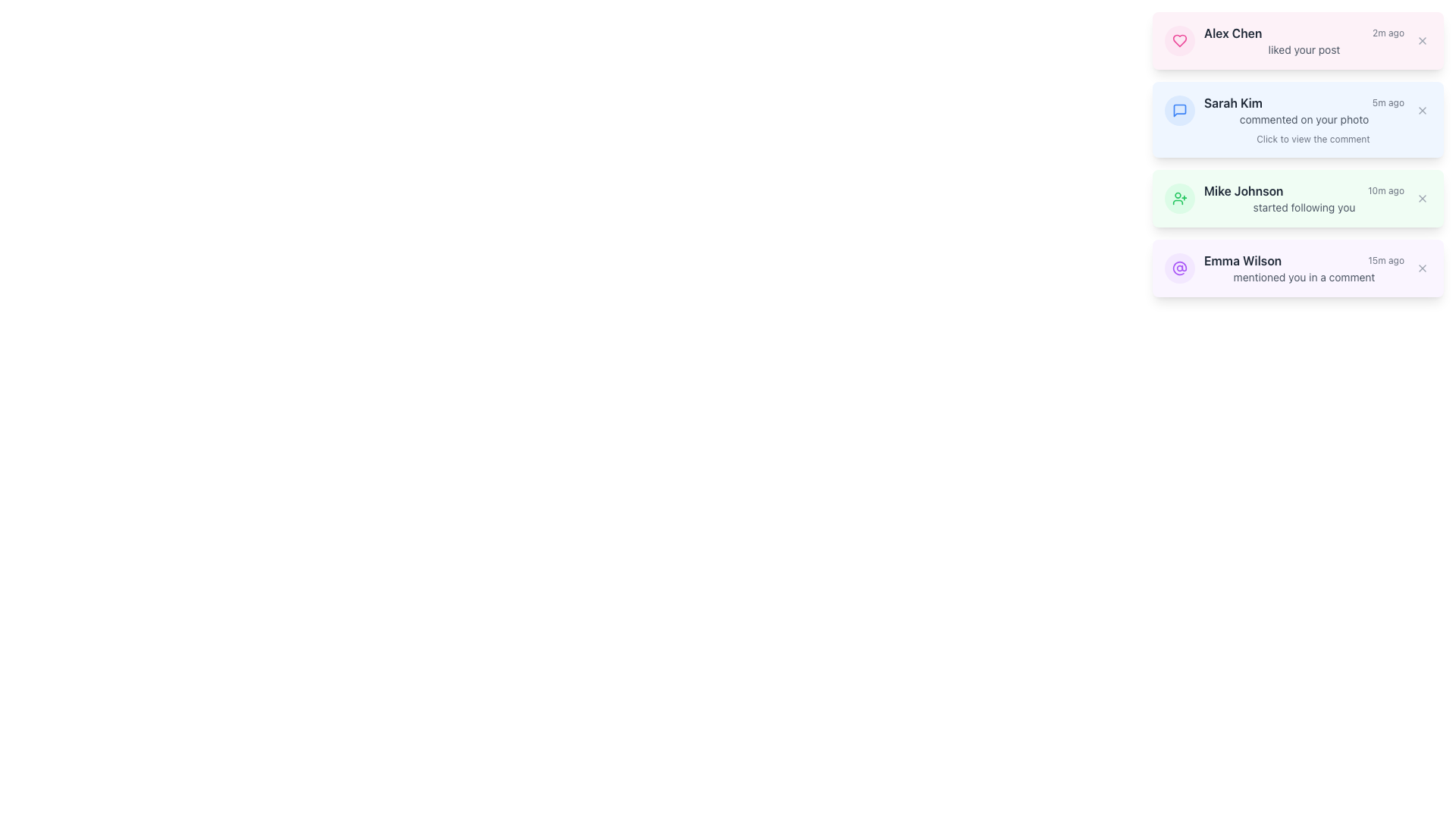  What do you see at coordinates (1386, 190) in the screenshot?
I see `the small text label that reads '10m ago', which is positioned to the right of 'Mike Johnson' within a notification card` at bounding box center [1386, 190].